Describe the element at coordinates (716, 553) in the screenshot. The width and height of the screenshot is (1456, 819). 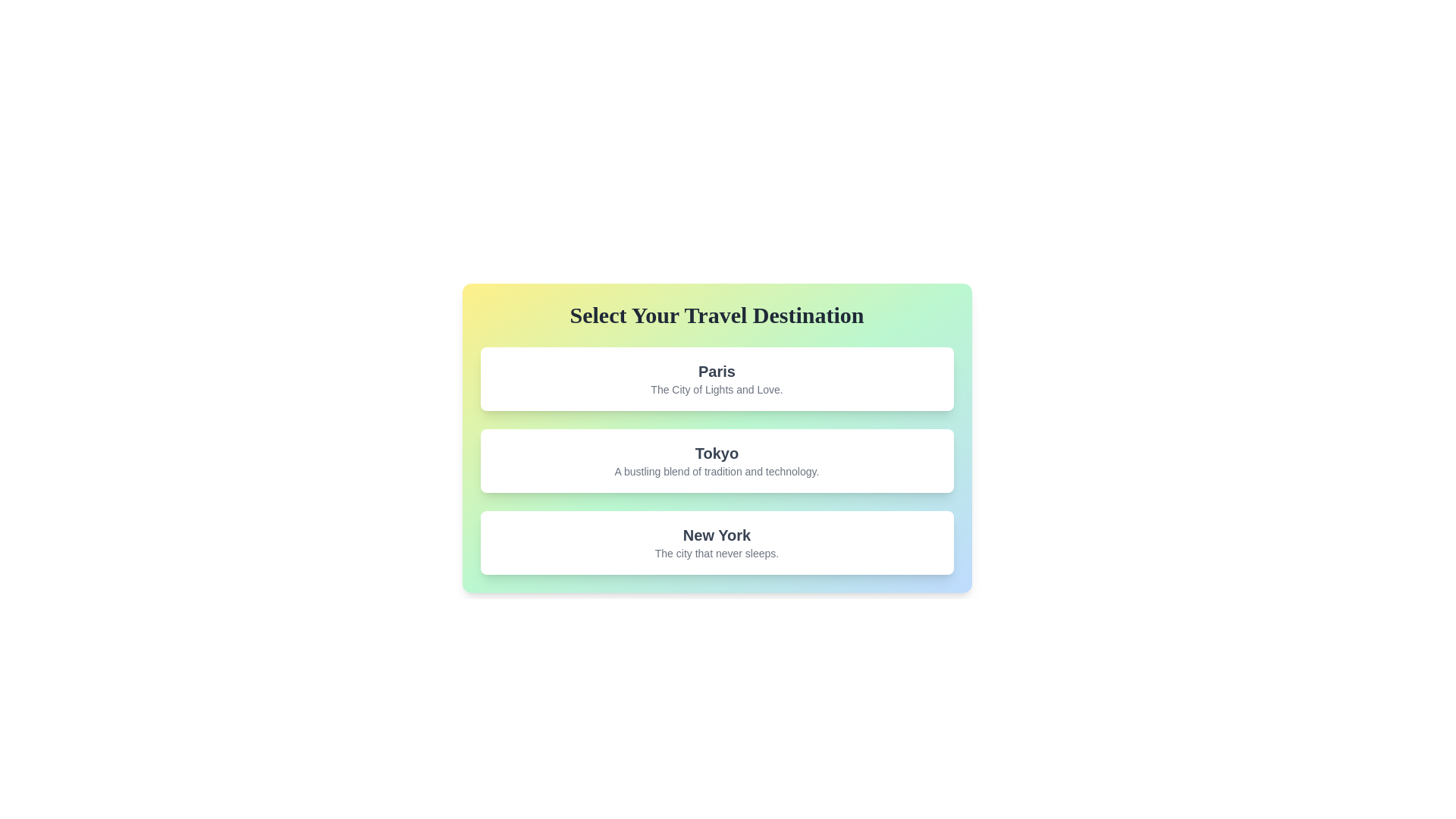
I see `the text element that contains the subtitle 'The city that never sleeps.' positioned under 'New York' in the third option card` at that location.